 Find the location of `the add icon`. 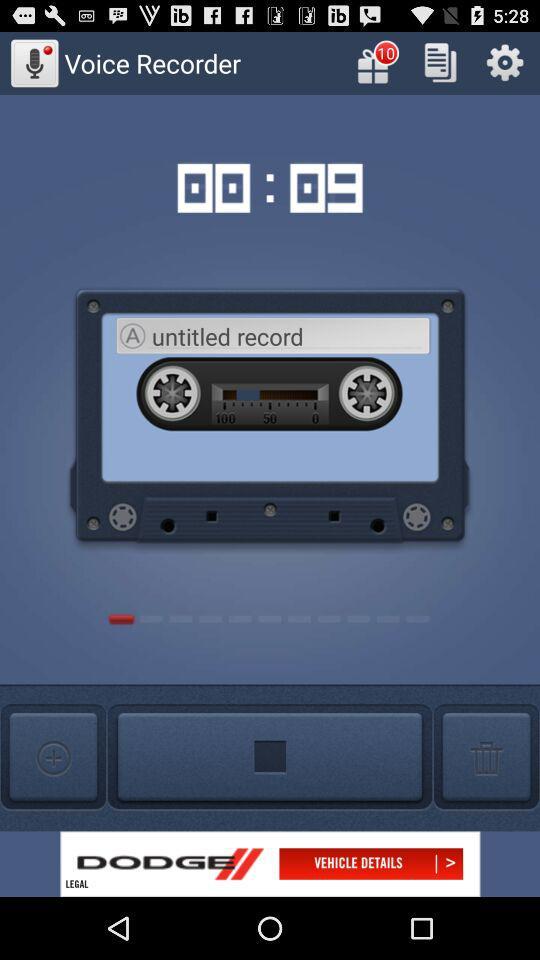

the add icon is located at coordinates (53, 810).